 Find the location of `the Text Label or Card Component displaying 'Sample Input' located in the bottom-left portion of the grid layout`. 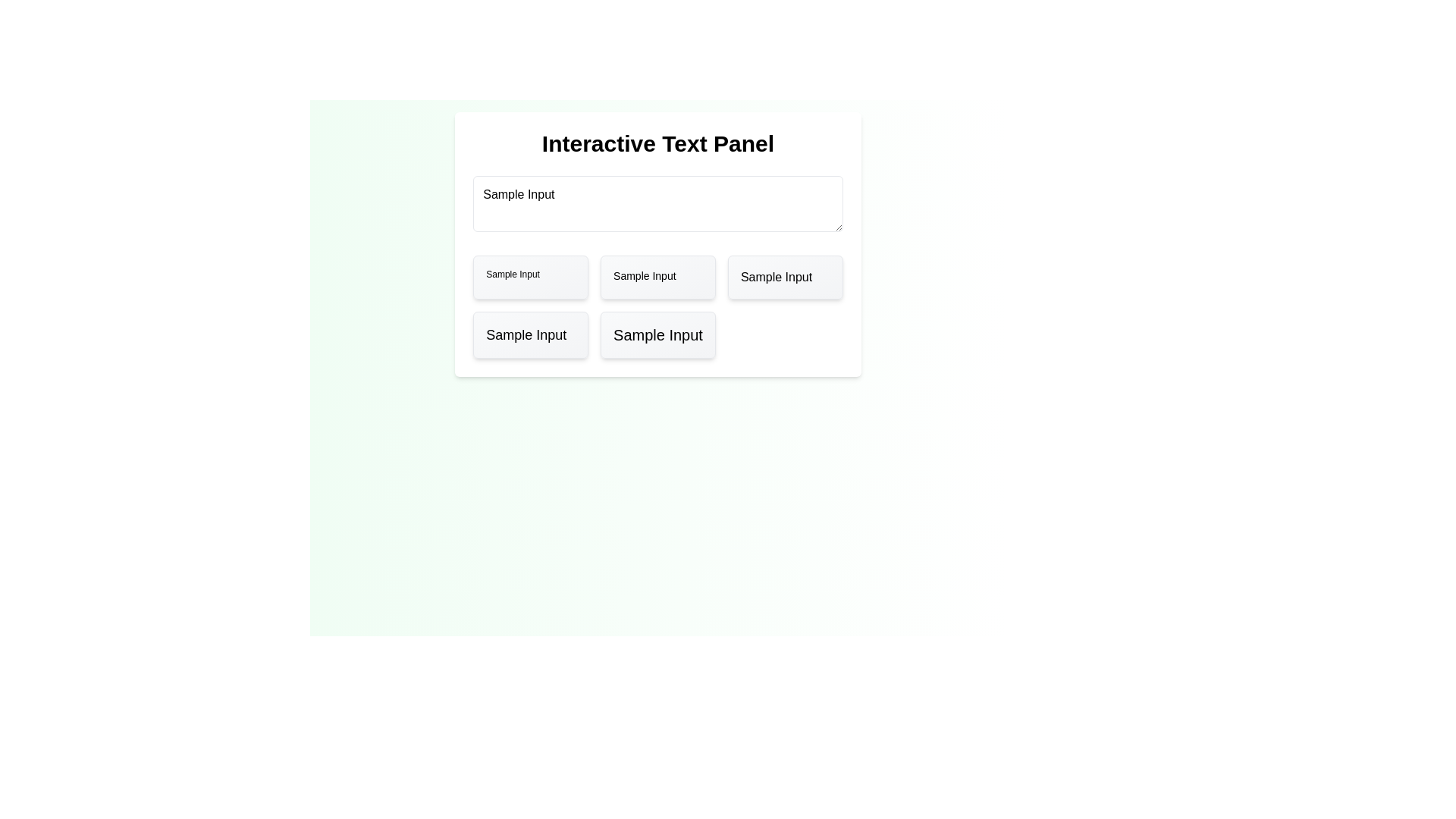

the Text Label or Card Component displaying 'Sample Input' located in the bottom-left portion of the grid layout is located at coordinates (531, 334).